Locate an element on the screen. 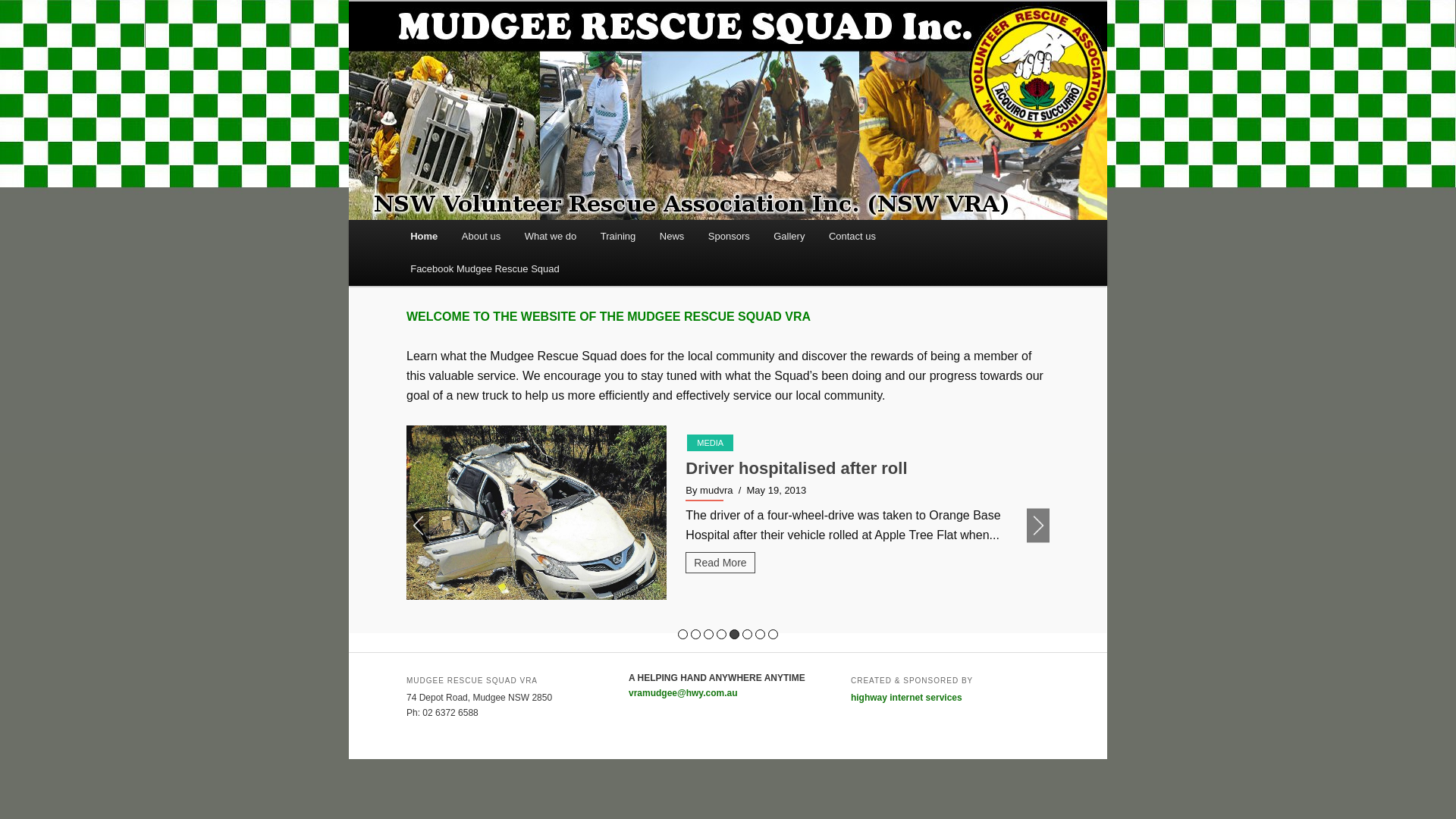  'Training' is located at coordinates (618, 236).